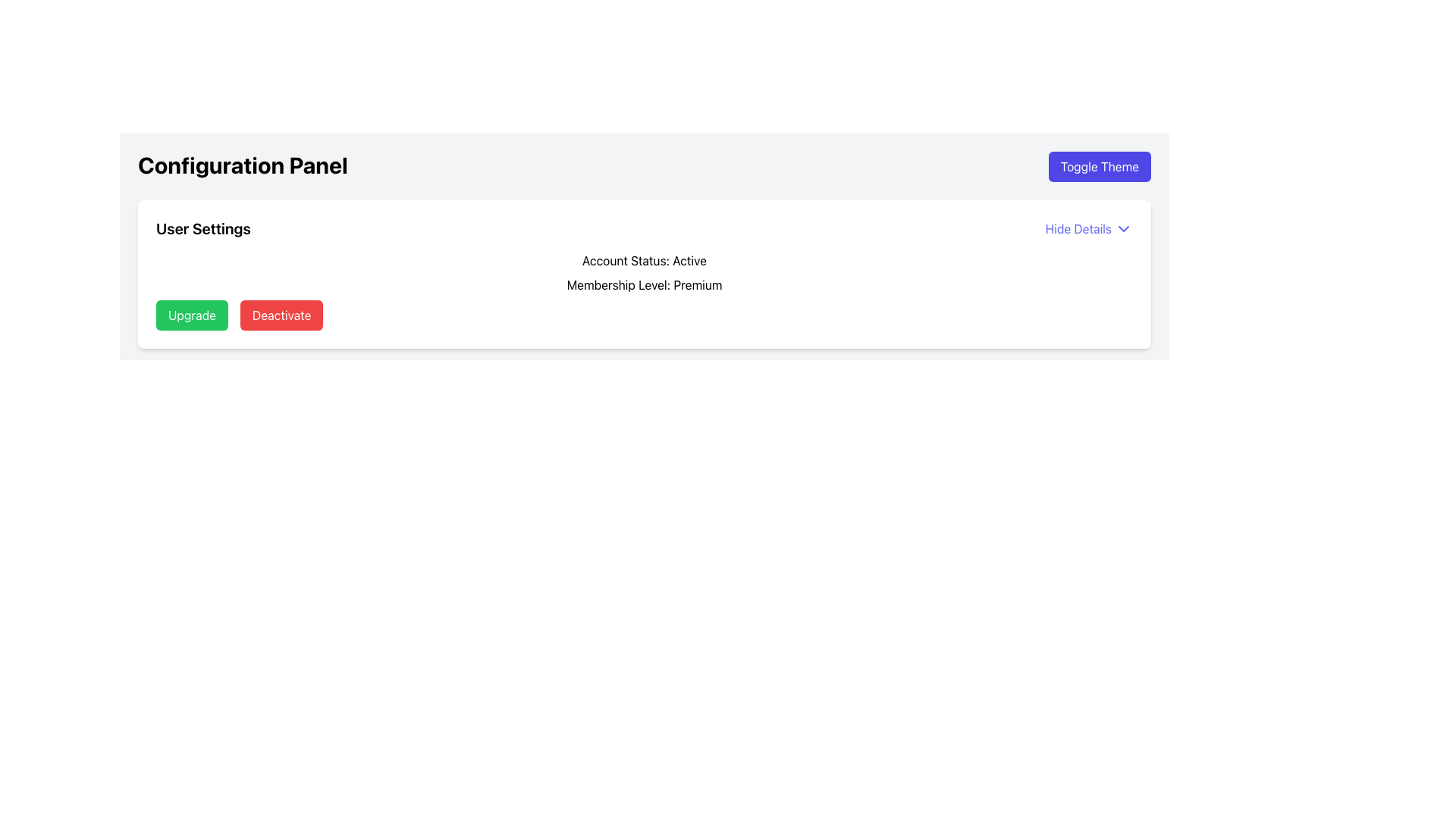  What do you see at coordinates (644, 284) in the screenshot?
I see `the 'Membership Level: Premium' label in the user settings section, which is displayed prominently in bold font and is the second listed under the 'Account Status: Active' section` at bounding box center [644, 284].